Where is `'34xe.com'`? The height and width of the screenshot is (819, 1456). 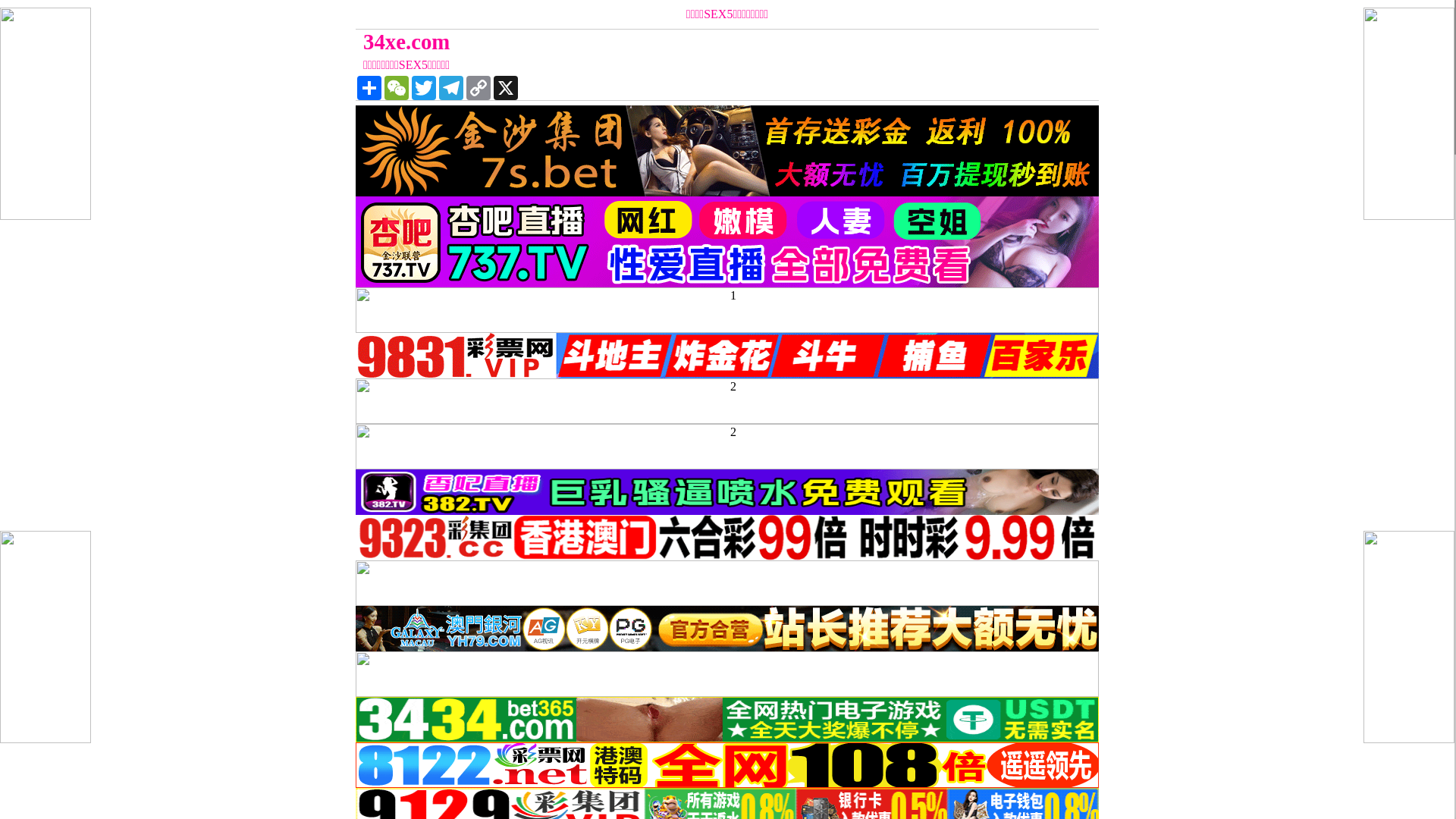
'34xe.com' is located at coordinates (634, 41).